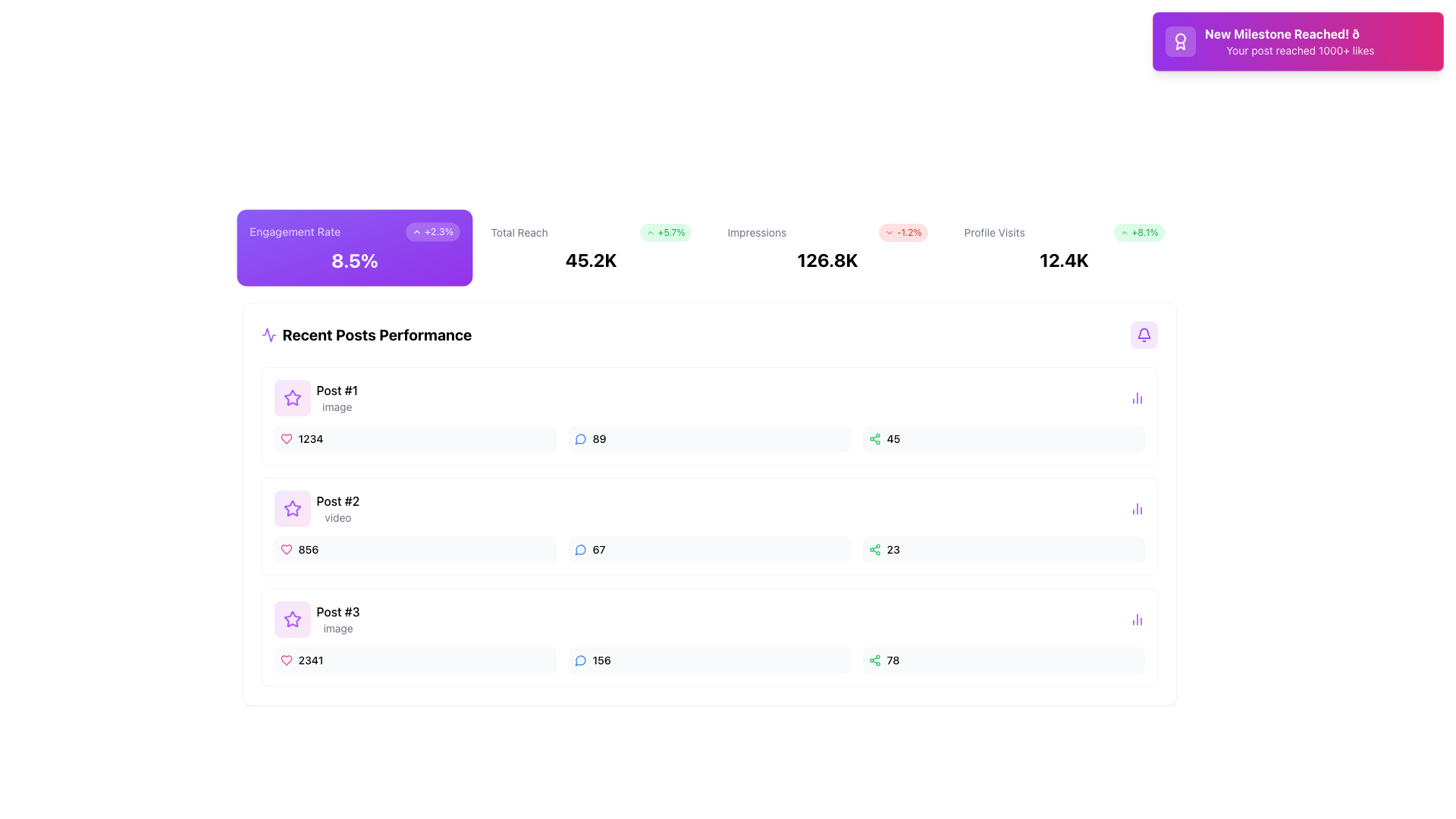 Image resolution: width=1456 pixels, height=819 pixels. What do you see at coordinates (1179, 37) in the screenshot?
I see `central circular detail of the award icon located in the top-right corner of the interface, adjacent to the notification banner that says 'New Milestone Reached!'` at bounding box center [1179, 37].